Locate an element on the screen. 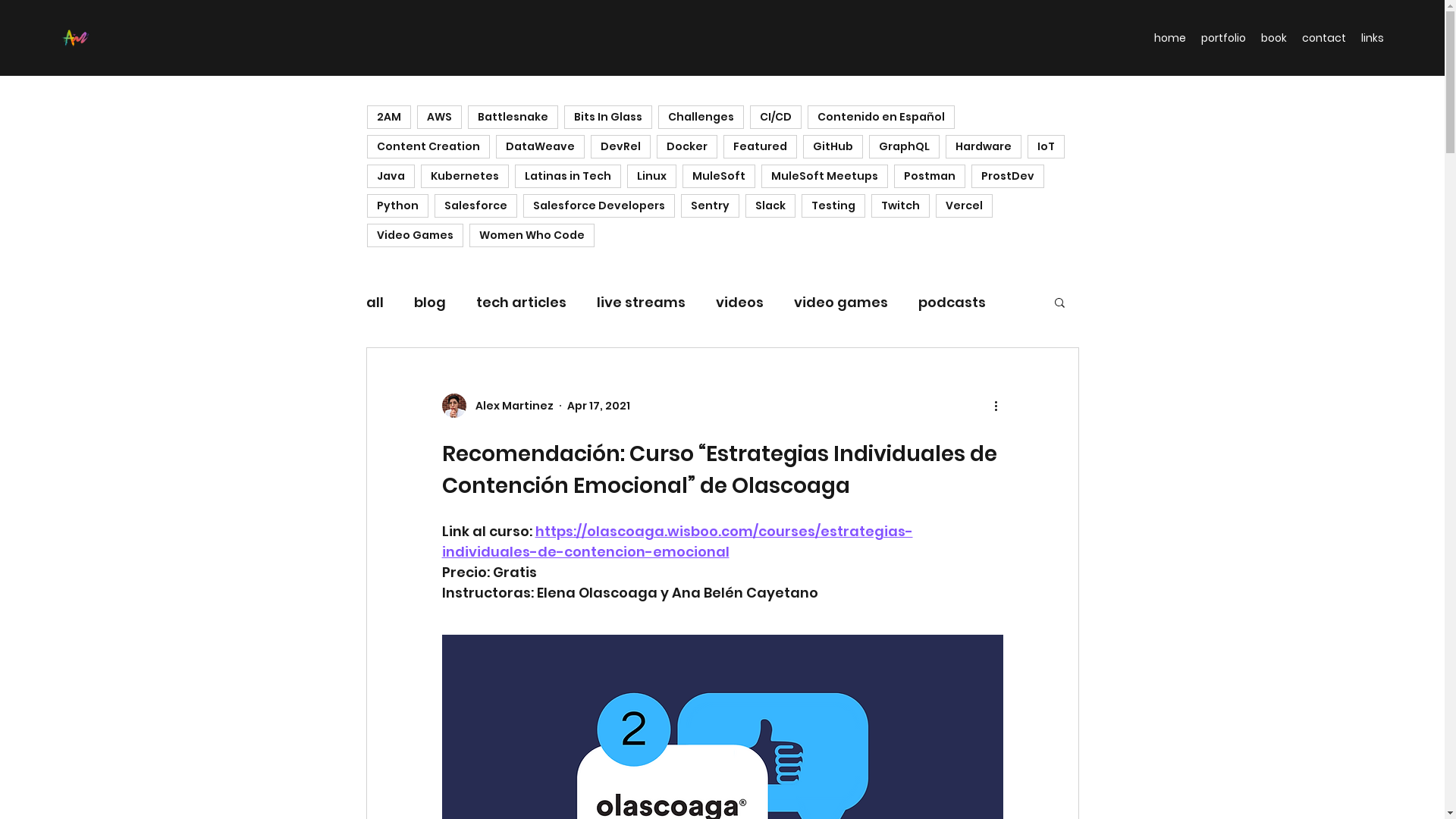 The width and height of the screenshot is (1456, 819). 'all' is located at coordinates (374, 301).